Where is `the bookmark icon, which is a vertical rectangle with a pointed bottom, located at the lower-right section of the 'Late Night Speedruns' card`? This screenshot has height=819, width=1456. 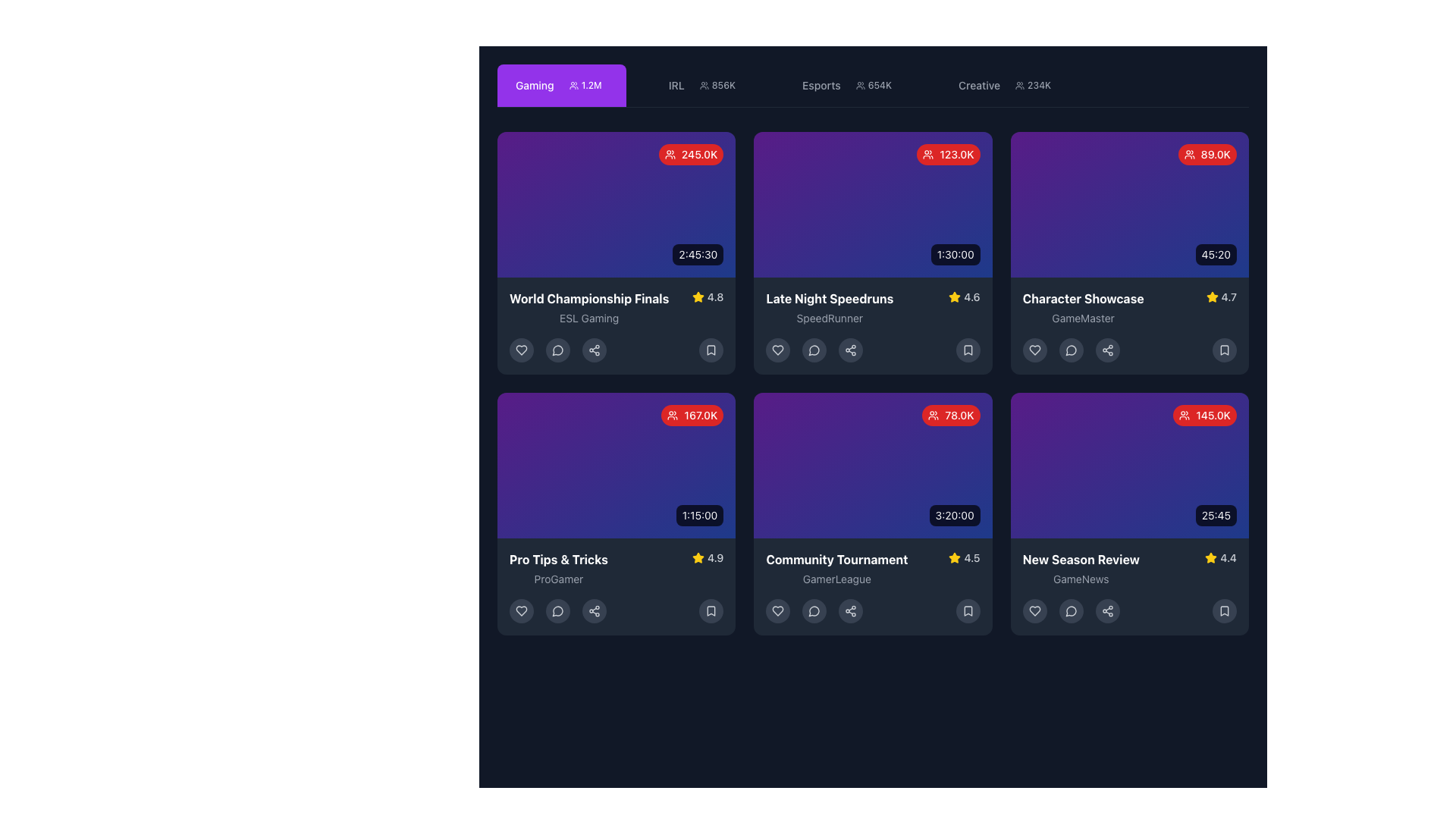 the bookmark icon, which is a vertical rectangle with a pointed bottom, located at the lower-right section of the 'Late Night Speedruns' card is located at coordinates (711, 350).